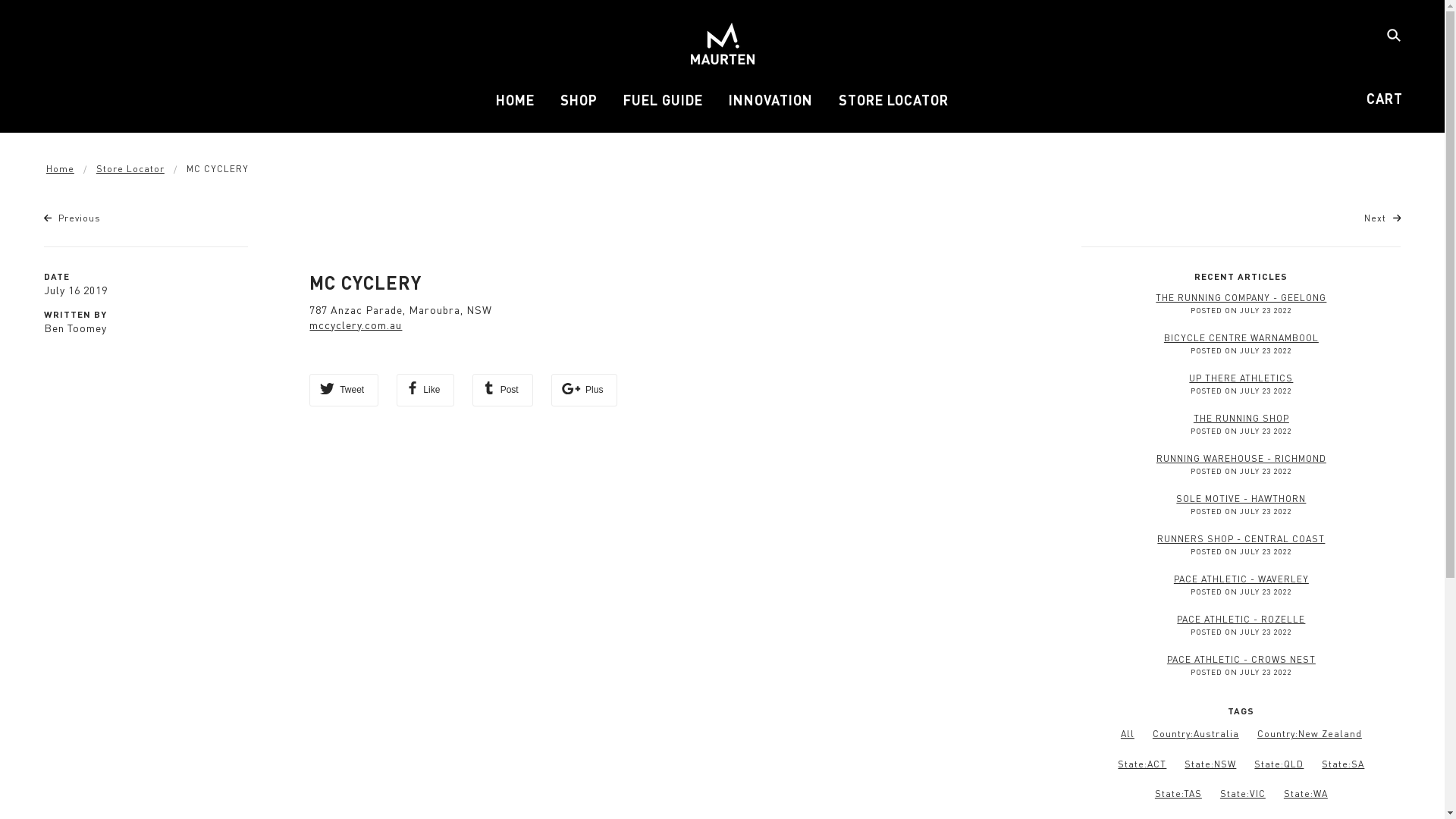  Describe the element at coordinates (60, 168) in the screenshot. I see `'Home'` at that location.